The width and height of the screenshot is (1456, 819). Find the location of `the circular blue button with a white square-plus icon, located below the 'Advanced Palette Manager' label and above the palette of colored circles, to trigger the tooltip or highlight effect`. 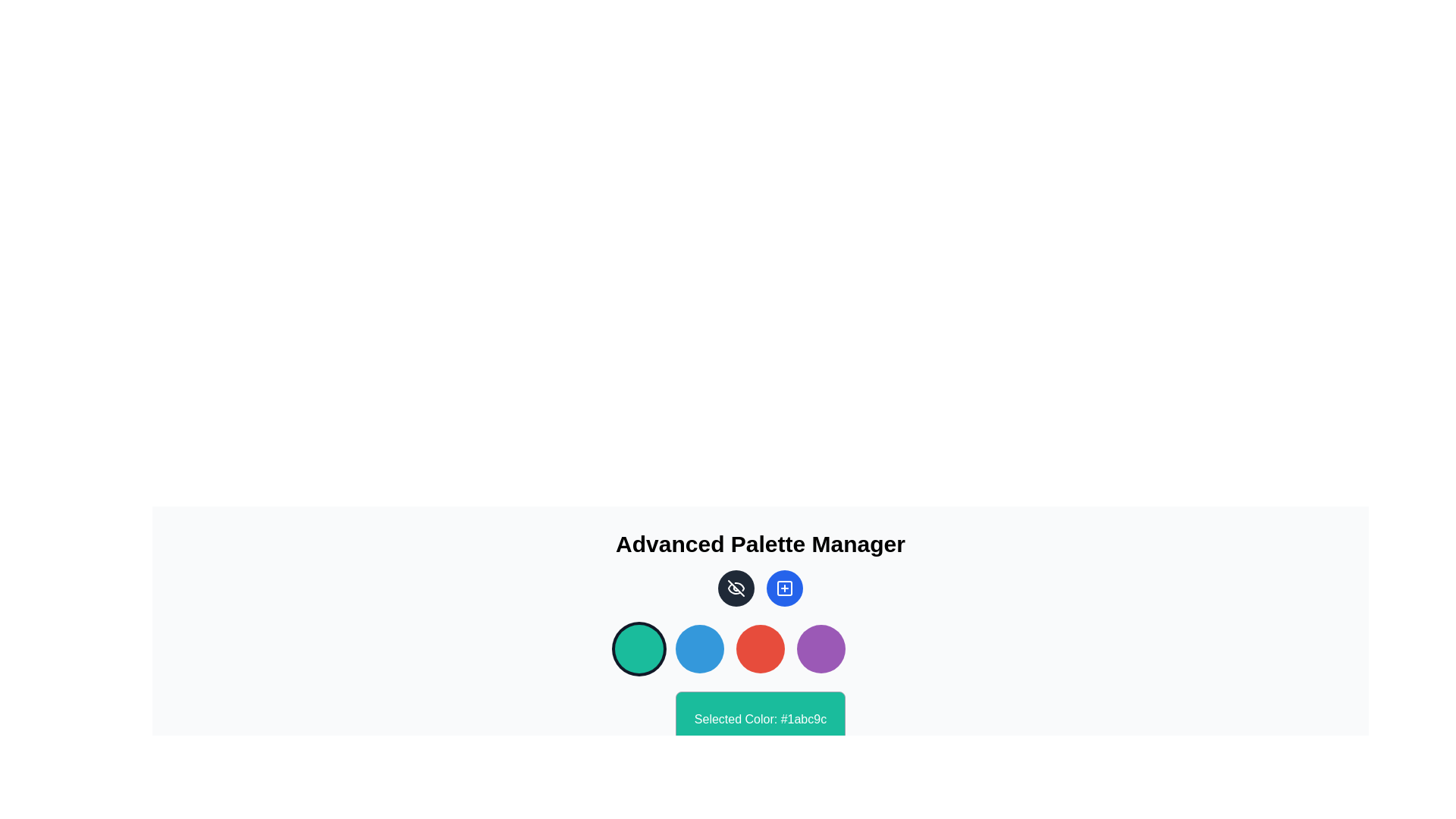

the circular blue button with a white square-plus icon, located below the 'Advanced Palette Manager' label and above the palette of colored circles, to trigger the tooltip or highlight effect is located at coordinates (785, 587).